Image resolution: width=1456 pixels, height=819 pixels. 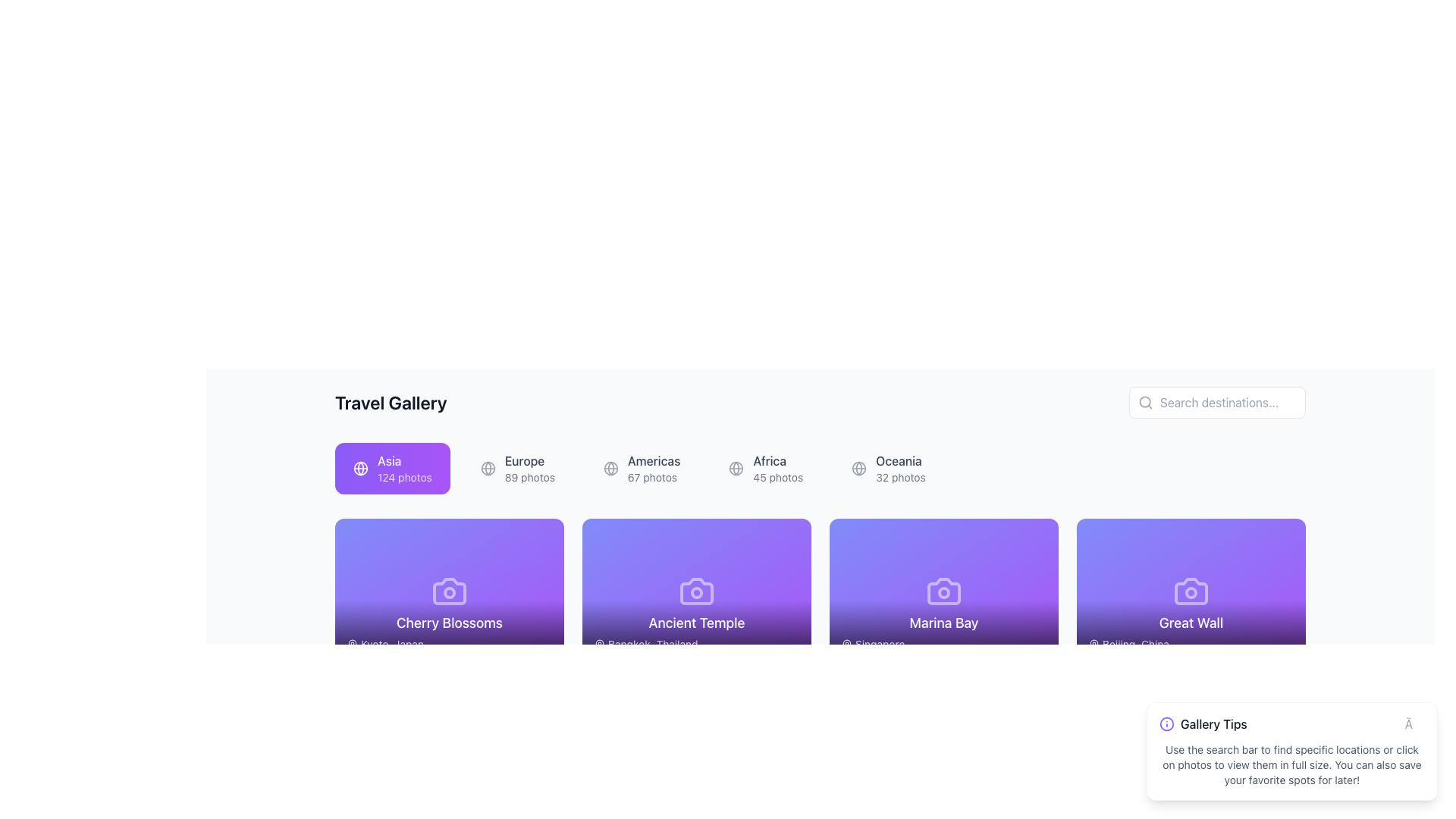 I want to click on the globe icon located in the 'Oceania 32 photos' section, positioned to the left of the text 'Oceania', so click(x=859, y=467).